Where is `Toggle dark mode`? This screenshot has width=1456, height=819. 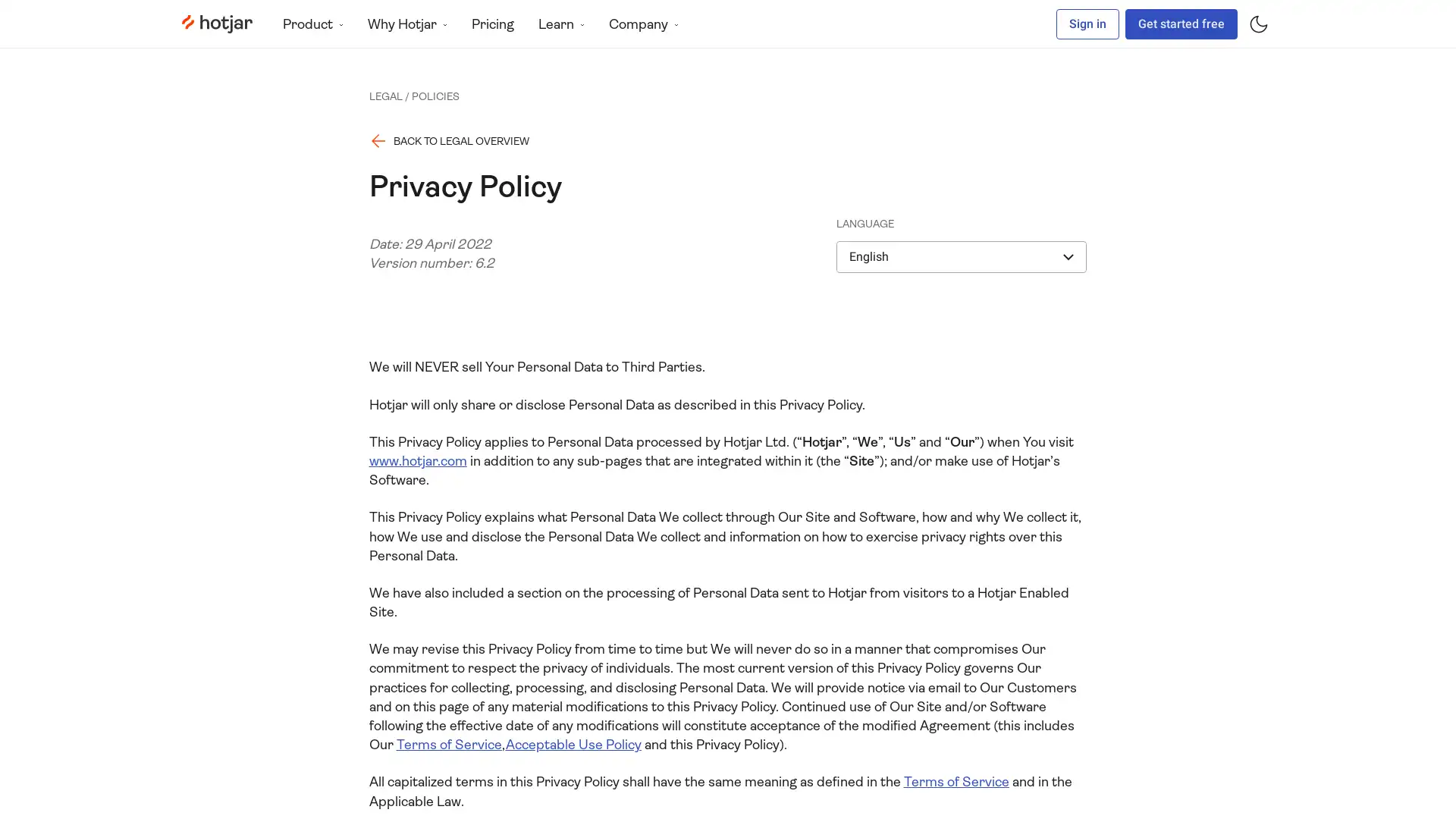 Toggle dark mode is located at coordinates (1259, 24).